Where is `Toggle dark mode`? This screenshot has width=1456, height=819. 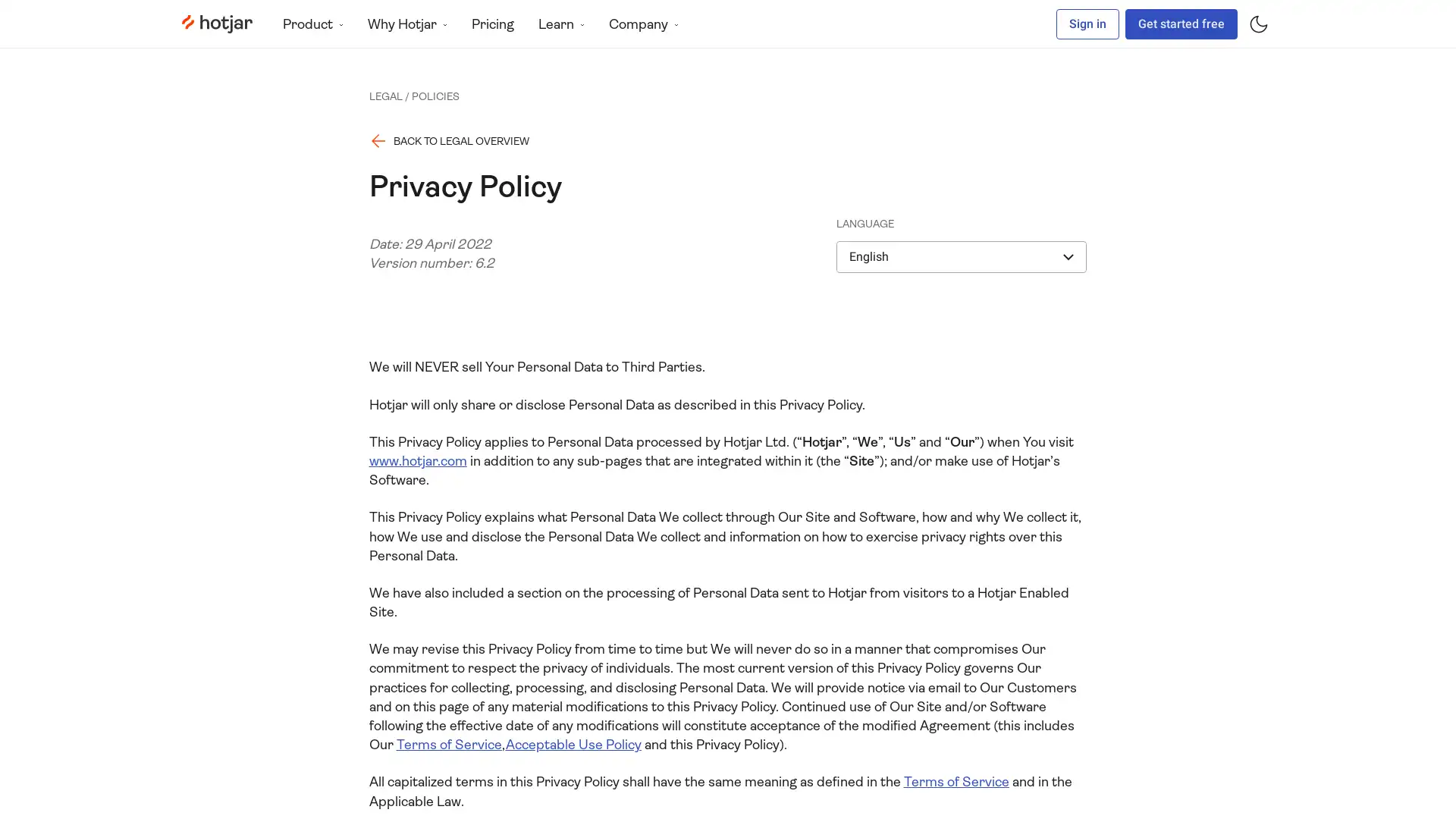 Toggle dark mode is located at coordinates (1259, 24).